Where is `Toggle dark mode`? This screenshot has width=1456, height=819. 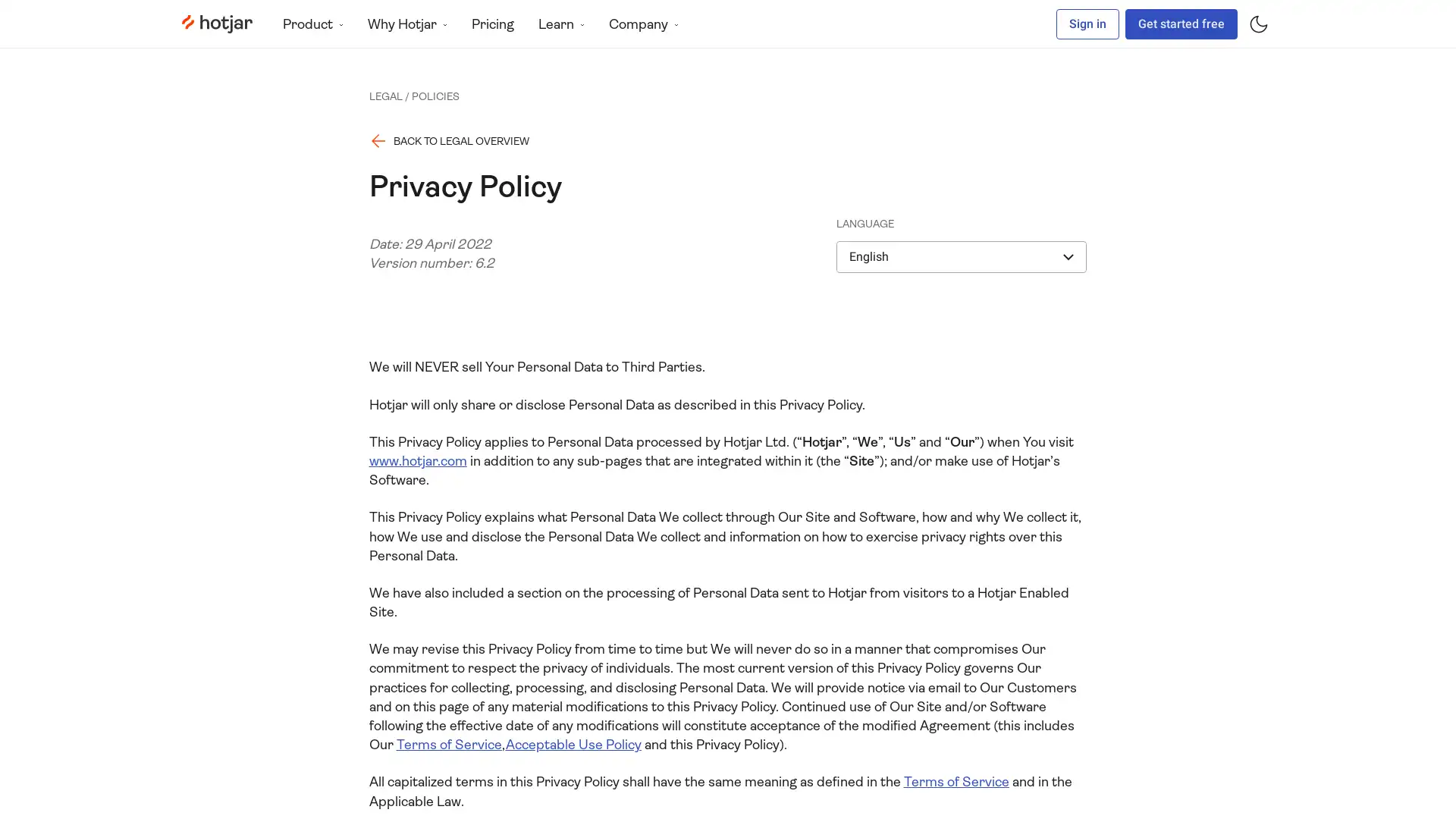 Toggle dark mode is located at coordinates (1259, 24).